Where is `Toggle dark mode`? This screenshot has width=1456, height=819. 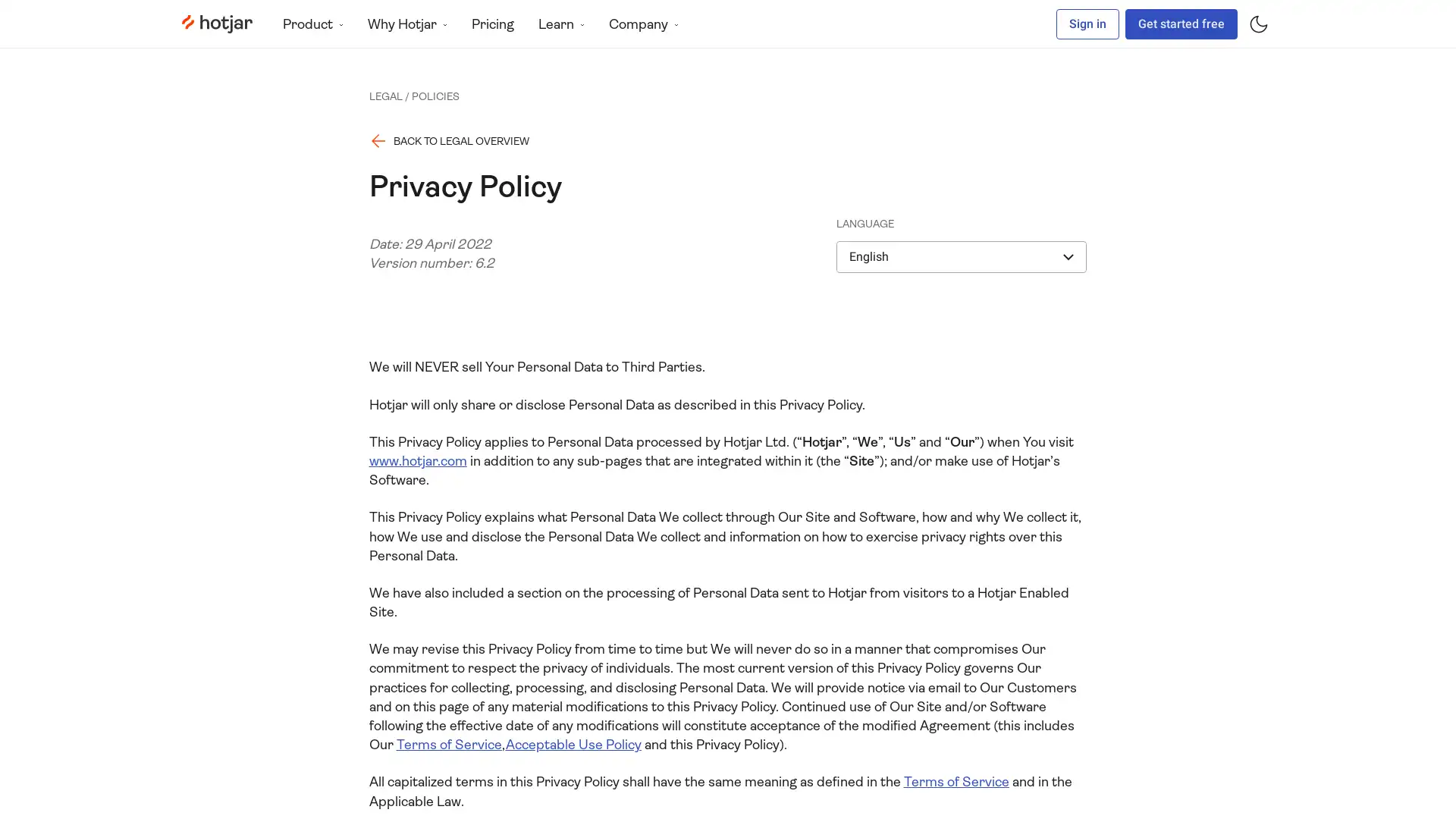 Toggle dark mode is located at coordinates (1259, 24).